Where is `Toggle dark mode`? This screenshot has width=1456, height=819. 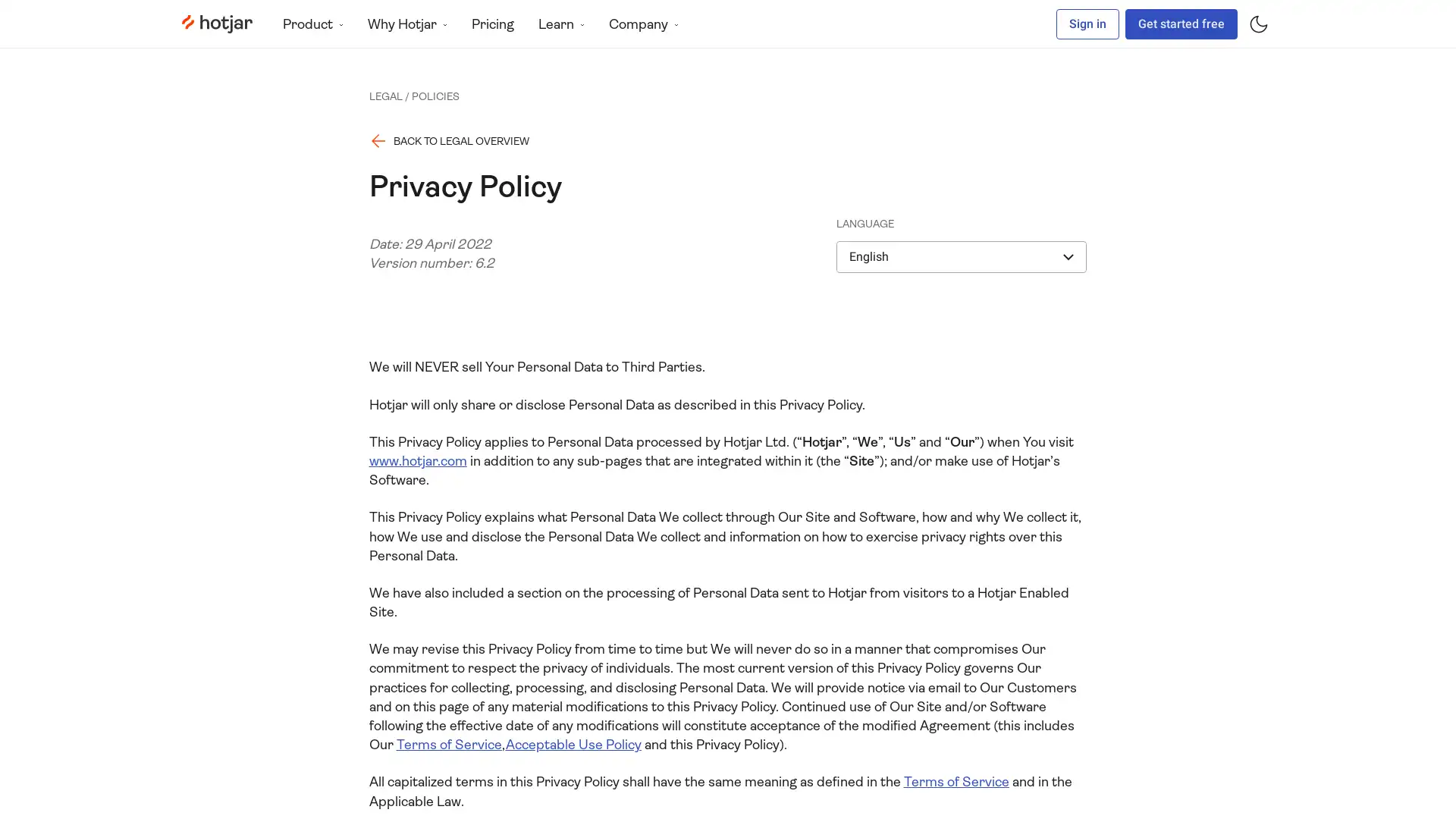 Toggle dark mode is located at coordinates (1259, 24).